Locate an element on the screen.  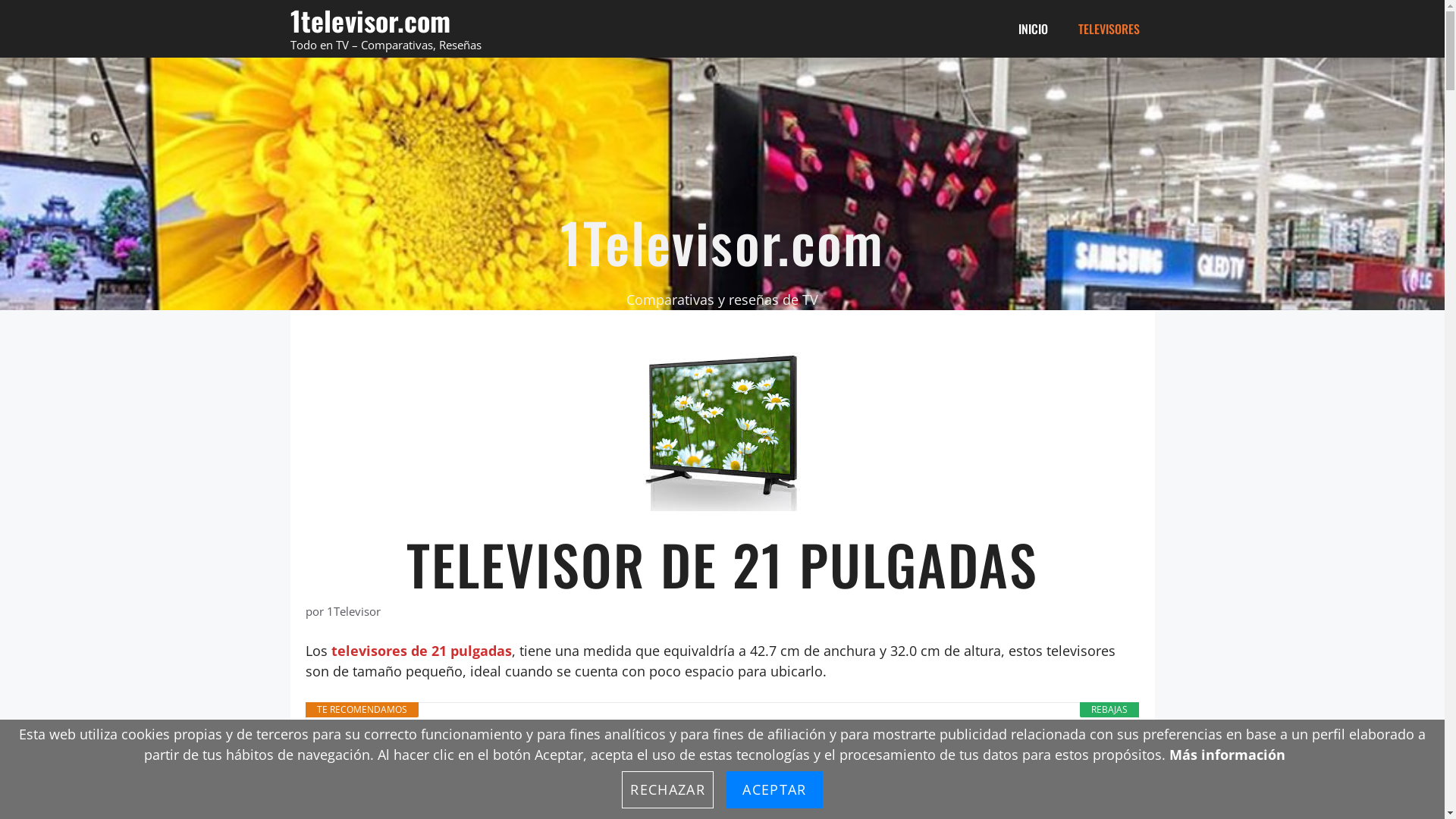
'ACEPTAR' is located at coordinates (726, 789).